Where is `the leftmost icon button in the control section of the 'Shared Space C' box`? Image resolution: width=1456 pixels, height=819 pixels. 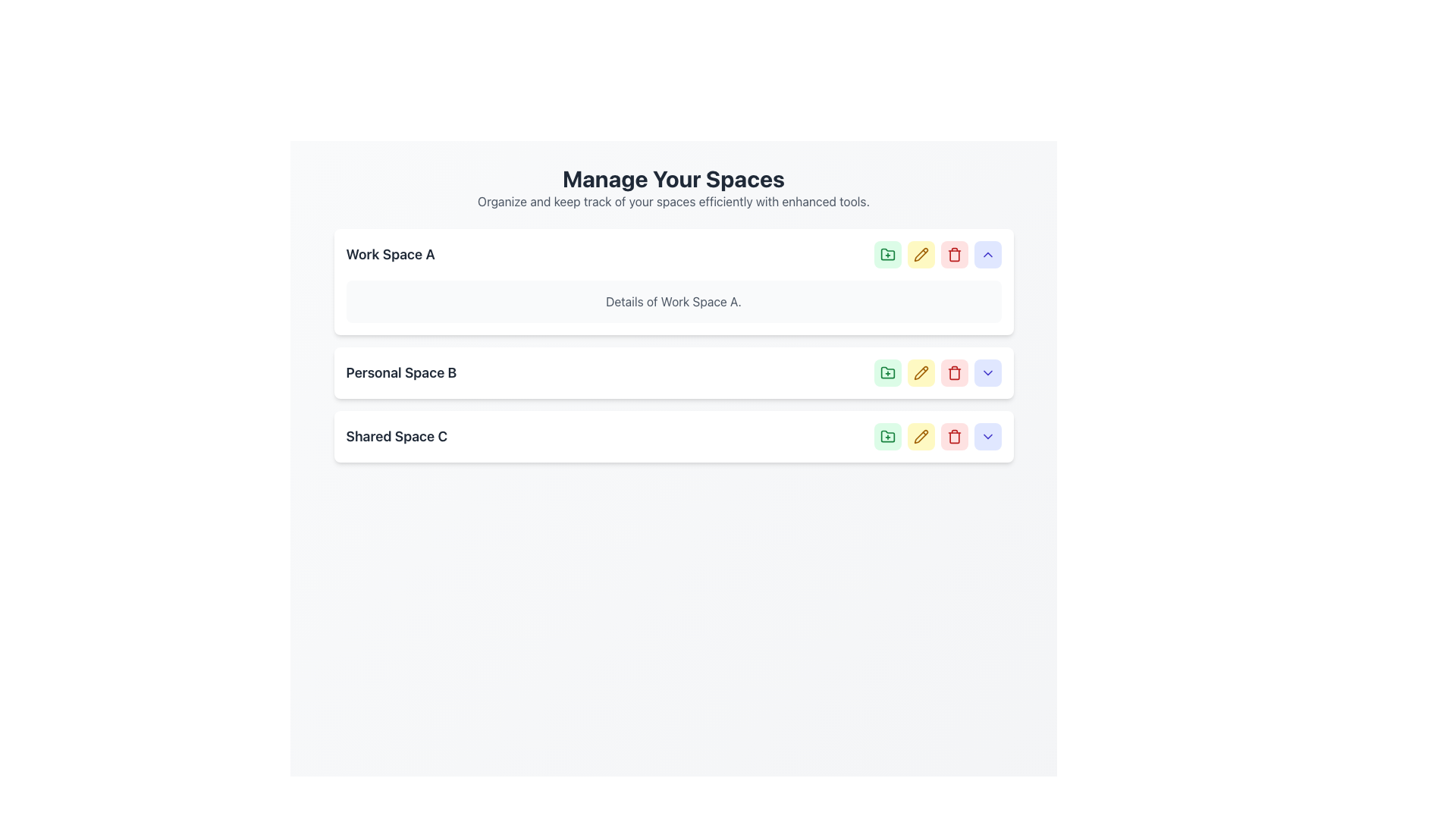 the leftmost icon button in the control section of the 'Shared Space C' box is located at coordinates (887, 436).